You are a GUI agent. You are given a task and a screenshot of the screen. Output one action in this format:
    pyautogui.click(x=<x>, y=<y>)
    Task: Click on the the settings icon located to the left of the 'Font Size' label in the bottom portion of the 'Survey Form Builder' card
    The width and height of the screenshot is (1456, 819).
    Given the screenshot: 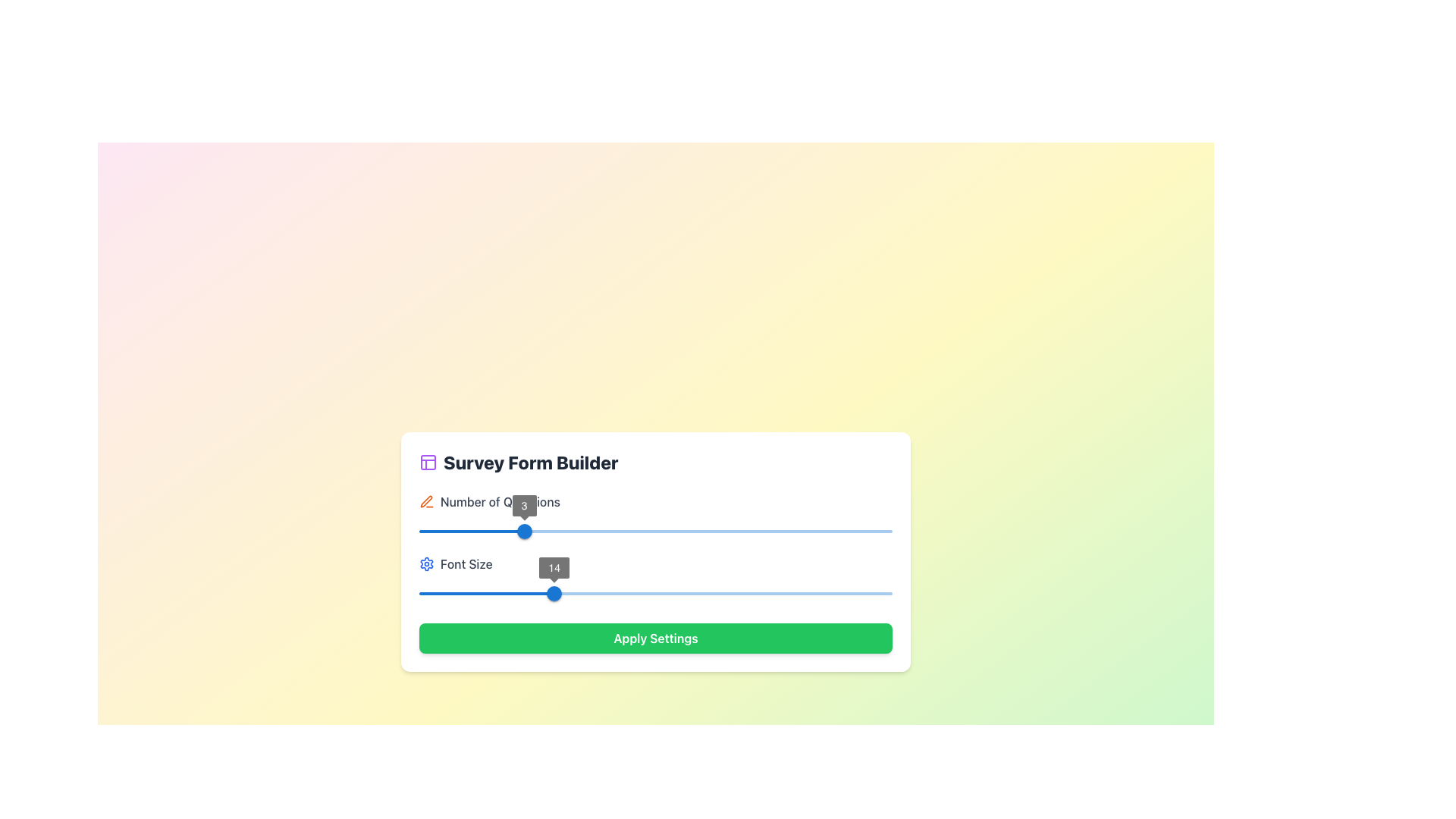 What is the action you would take?
    pyautogui.click(x=425, y=564)
    